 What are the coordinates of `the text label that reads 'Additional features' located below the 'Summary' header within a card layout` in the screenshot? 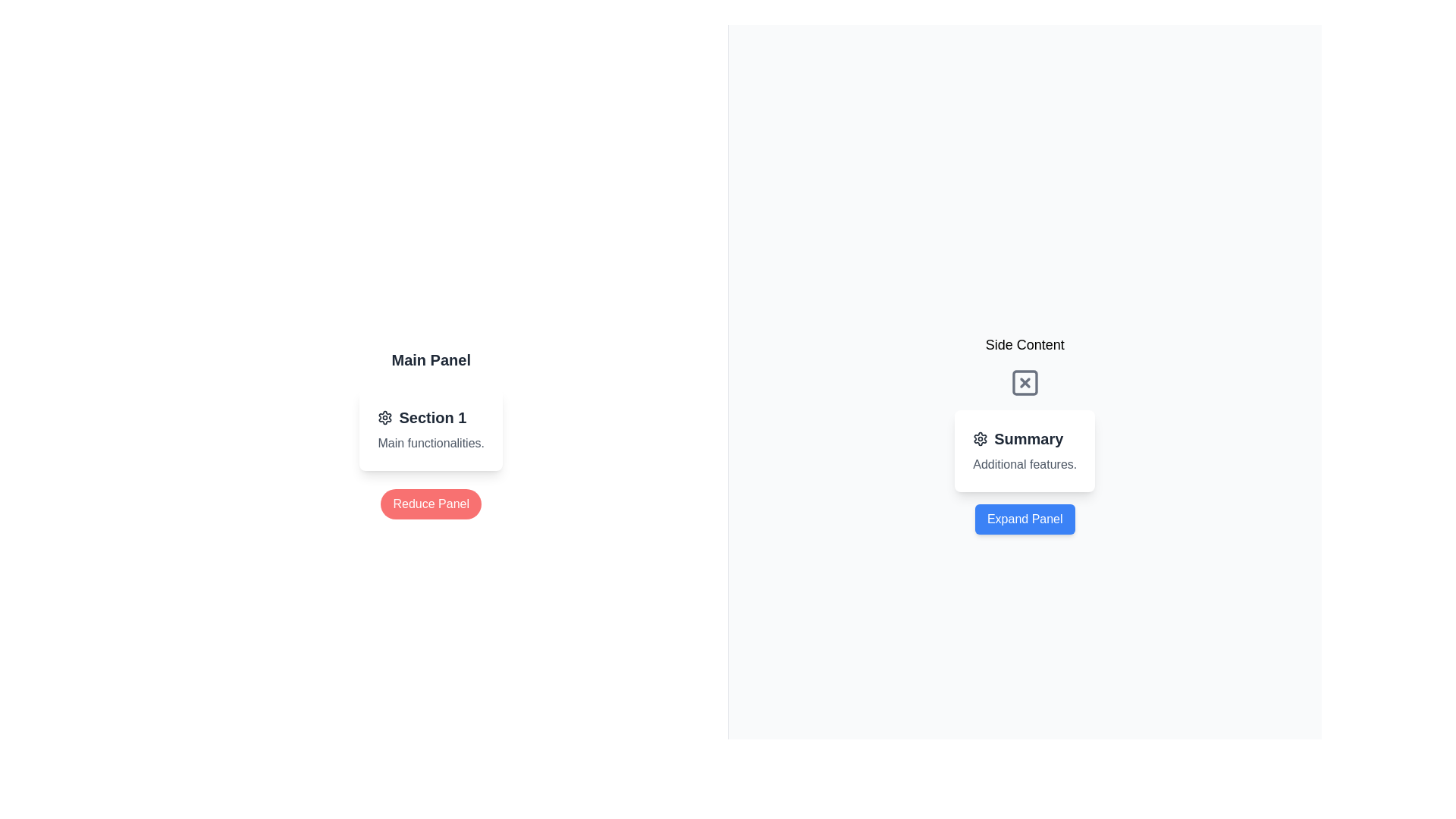 It's located at (1025, 464).